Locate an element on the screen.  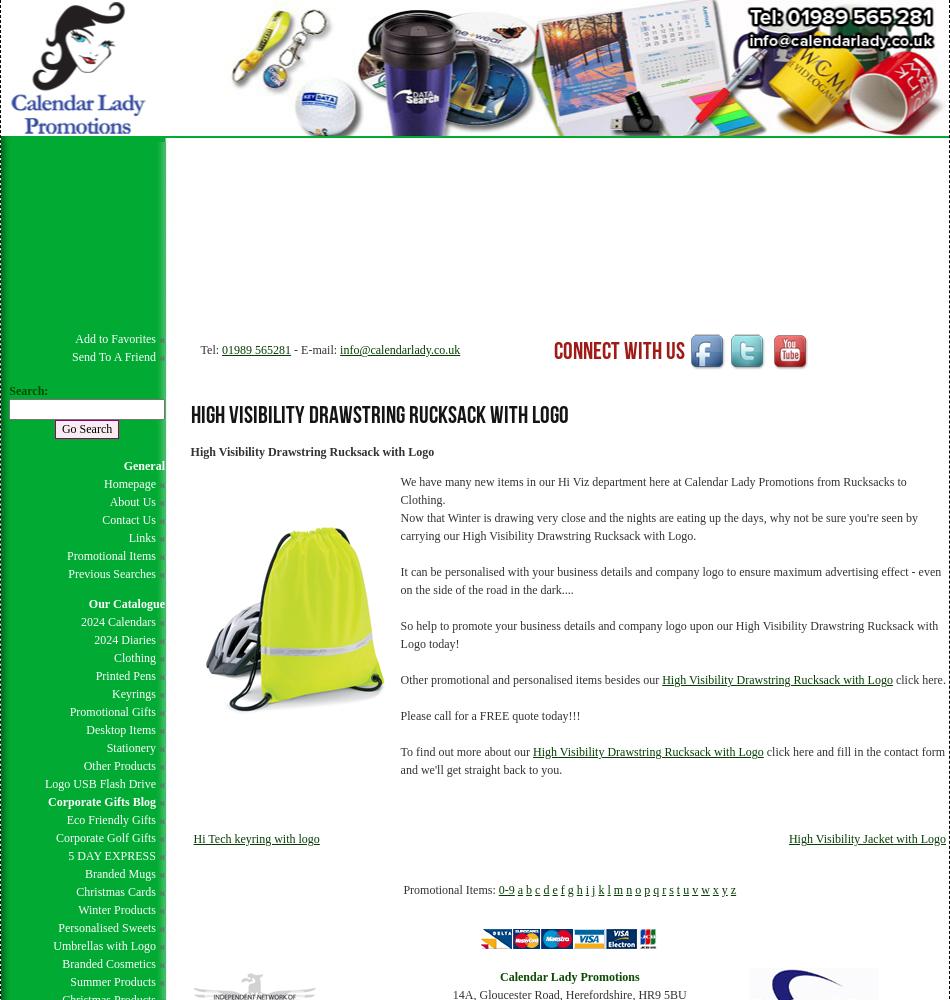
'2024 Diaries' is located at coordinates (93, 640).